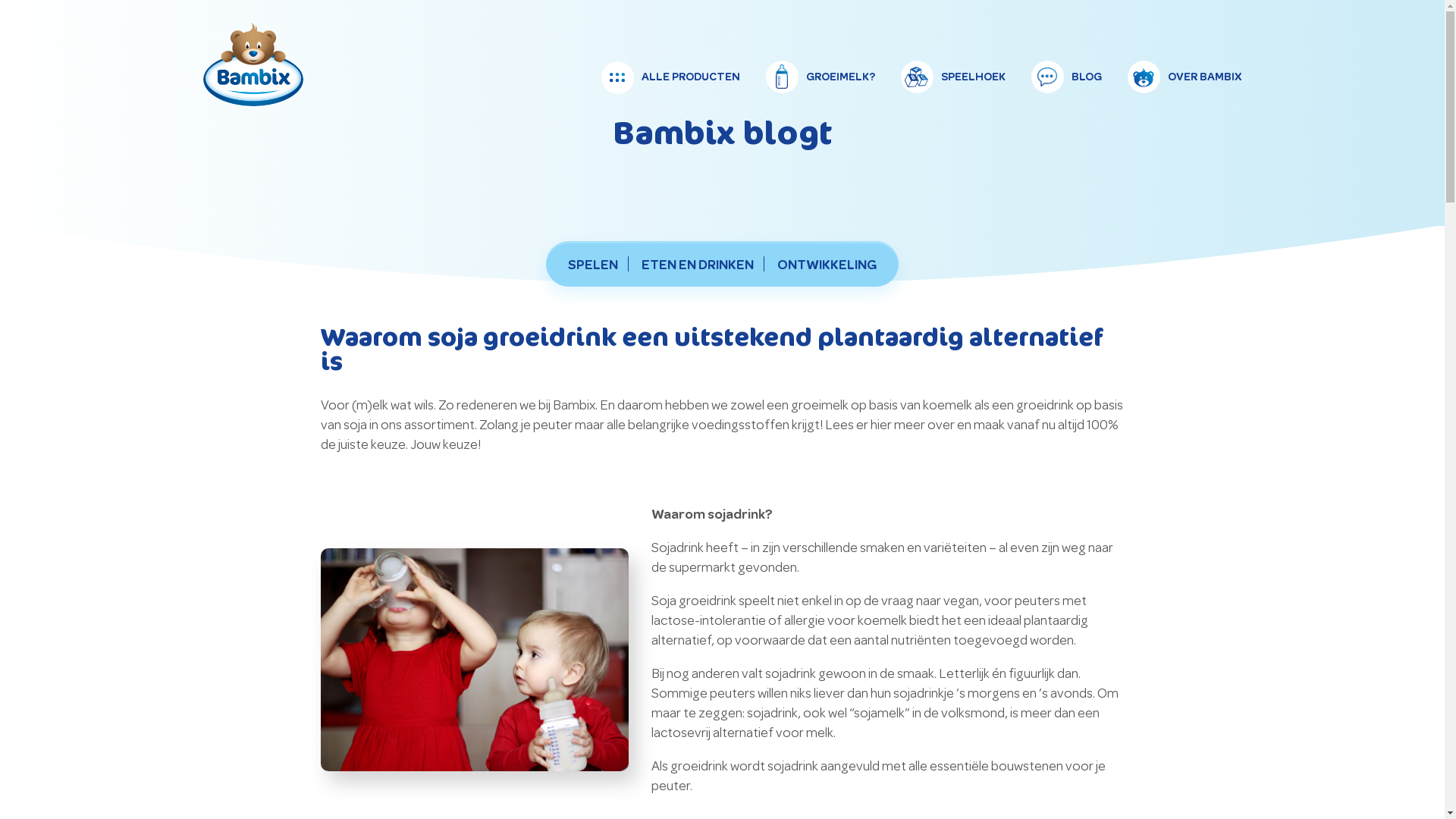 This screenshot has height=819, width=1456. I want to click on 'OVER BAMBIX', so click(1183, 77).